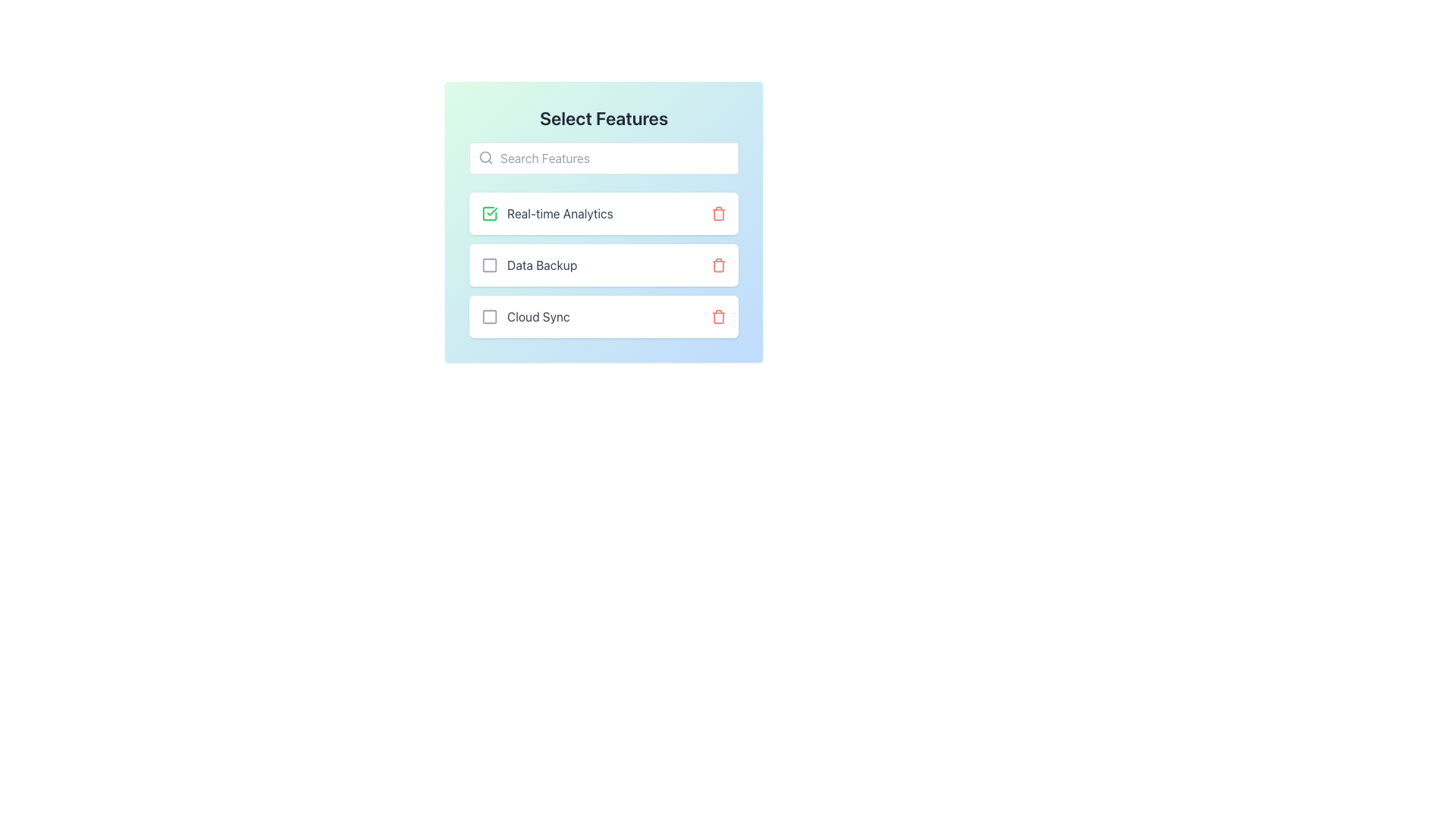 The image size is (1456, 819). What do you see at coordinates (718, 213) in the screenshot?
I see `the Trash/Delete icon located to the right of the 'Real-time Analytics' text` at bounding box center [718, 213].